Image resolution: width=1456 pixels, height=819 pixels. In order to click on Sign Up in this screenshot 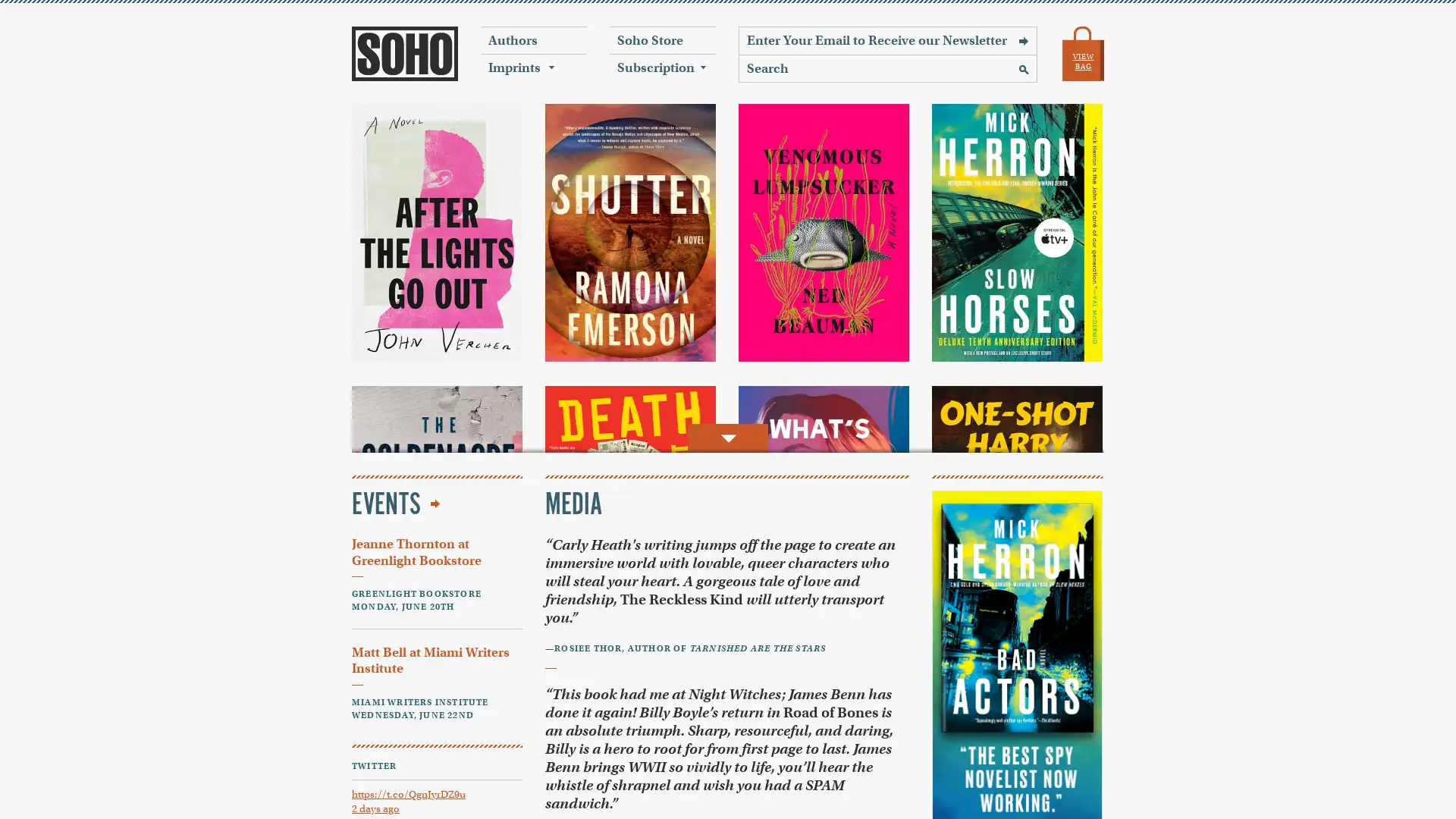, I will do `click(1023, 39)`.